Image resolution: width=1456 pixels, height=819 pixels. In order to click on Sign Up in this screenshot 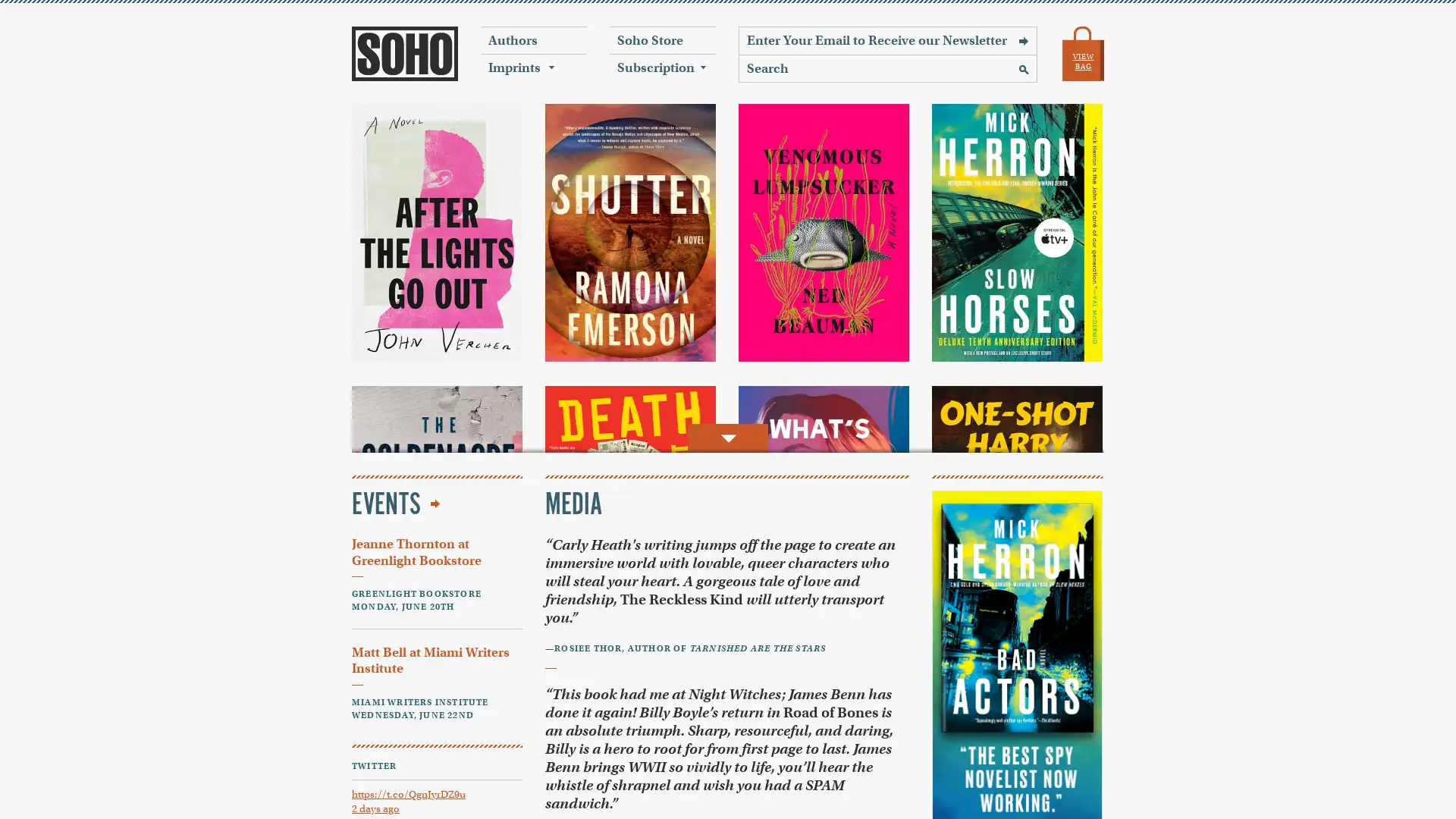, I will do `click(1023, 39)`.